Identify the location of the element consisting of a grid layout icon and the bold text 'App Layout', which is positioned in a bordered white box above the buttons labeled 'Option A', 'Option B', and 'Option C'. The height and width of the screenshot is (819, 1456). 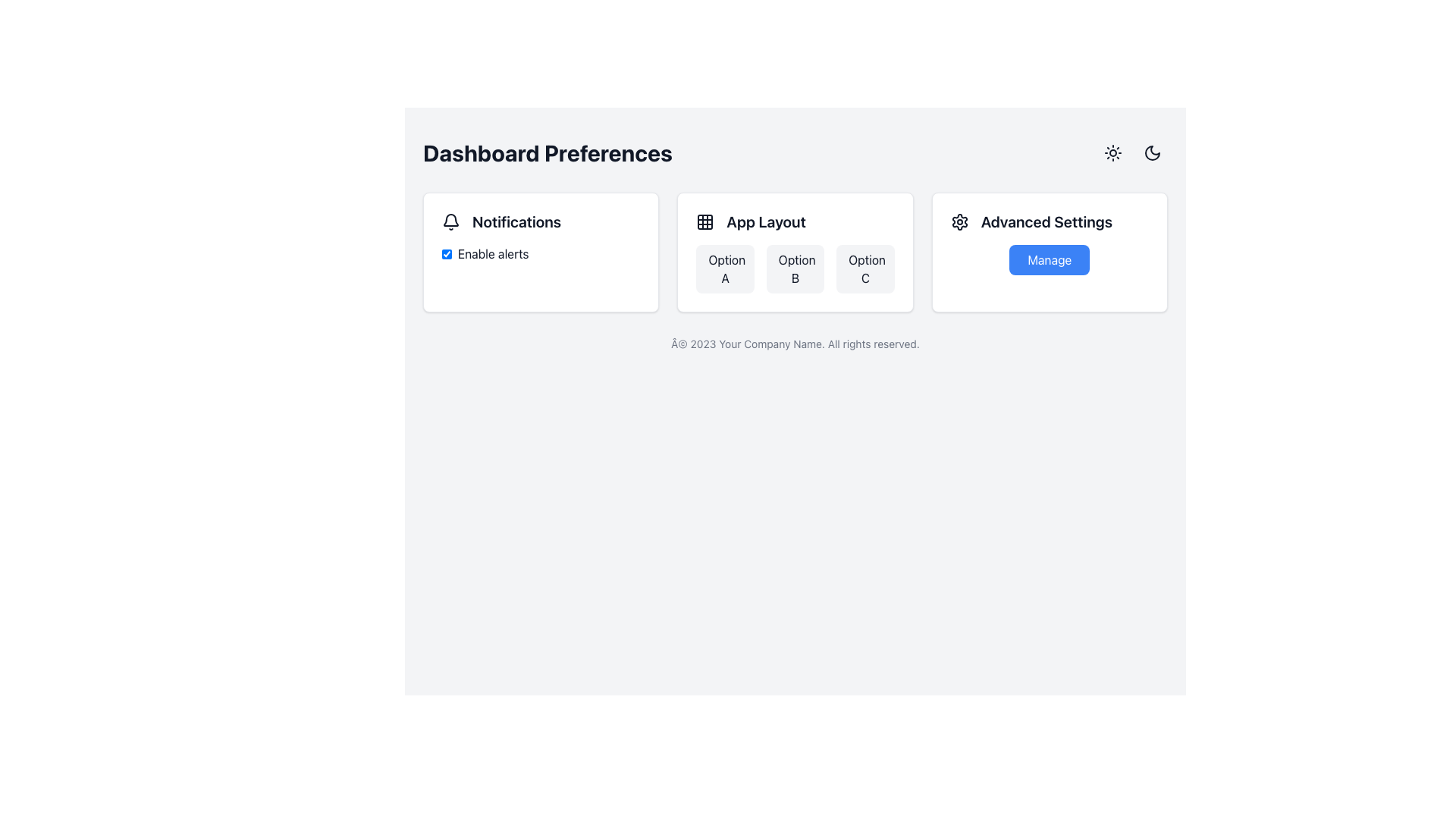
(794, 222).